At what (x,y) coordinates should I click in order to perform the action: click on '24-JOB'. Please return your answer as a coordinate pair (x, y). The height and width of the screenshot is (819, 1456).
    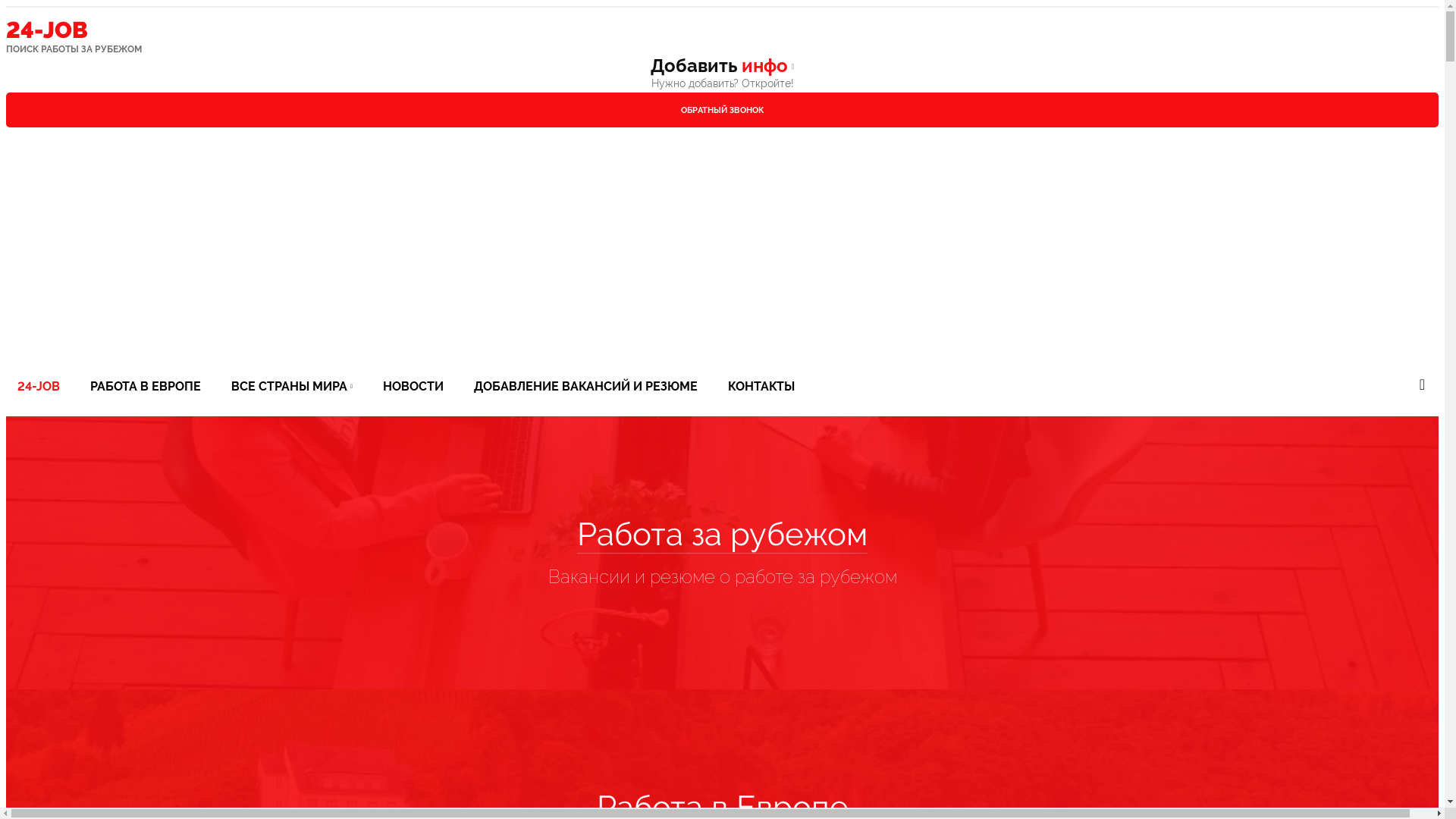
    Looking at the image, I should click on (17, 385).